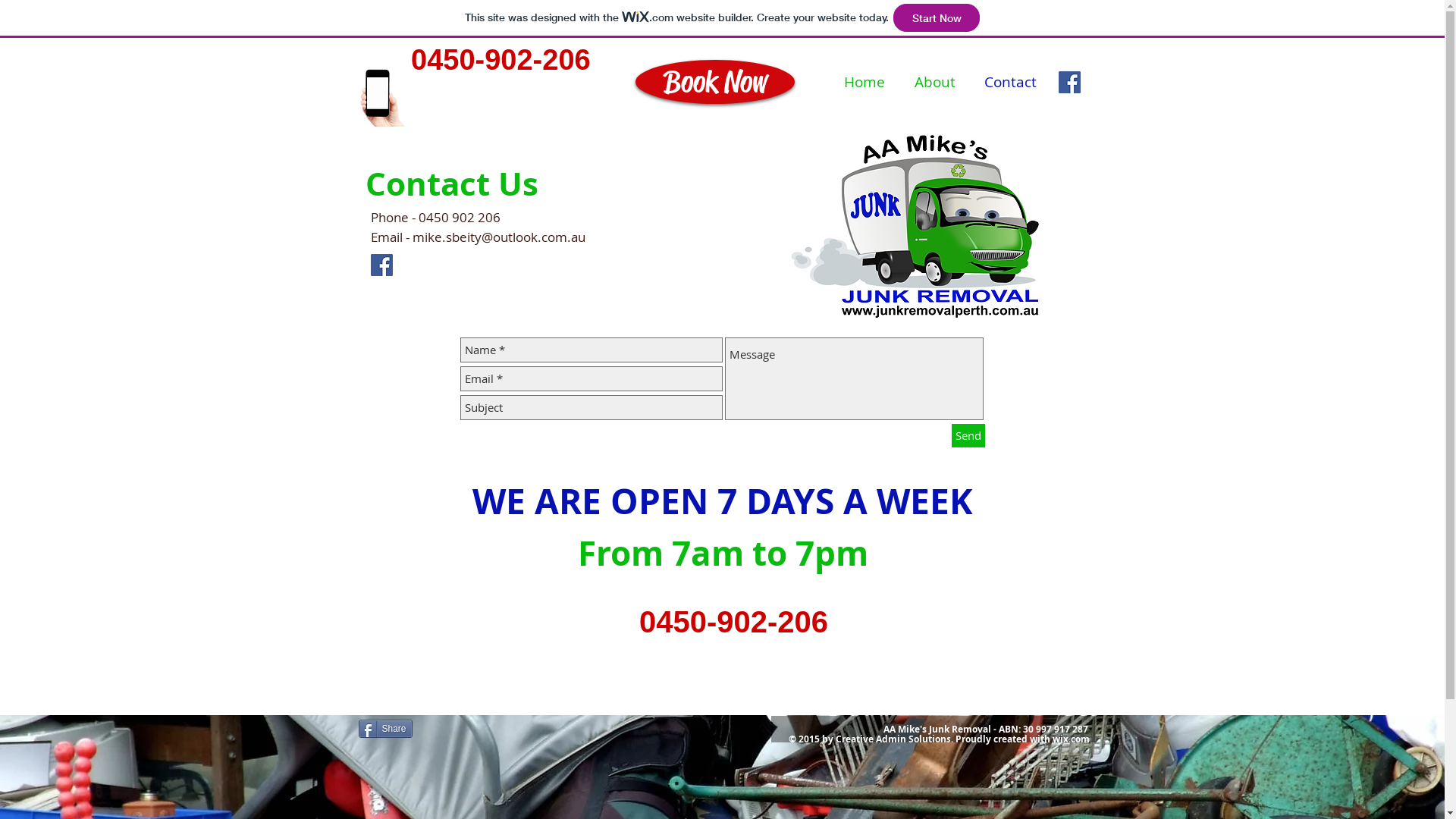 This screenshot has width=1456, height=819. Describe the element at coordinates (384, 727) in the screenshot. I see `'Share'` at that location.